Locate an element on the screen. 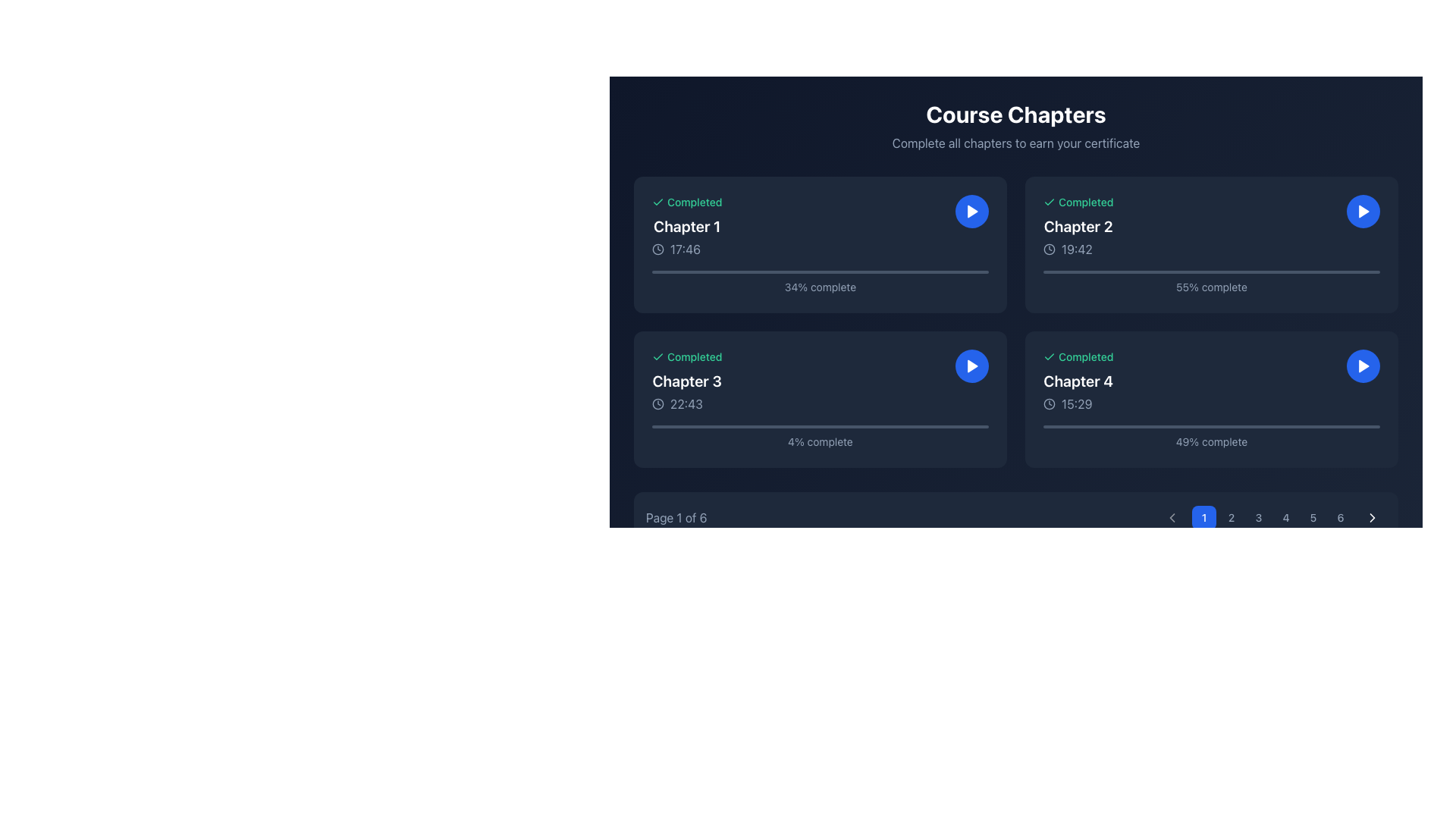 The width and height of the screenshot is (1456, 819). the circular blue button with a white play icon located at the top-right corner of the 'Chapter 2' card to play the associated content is located at coordinates (1363, 211).